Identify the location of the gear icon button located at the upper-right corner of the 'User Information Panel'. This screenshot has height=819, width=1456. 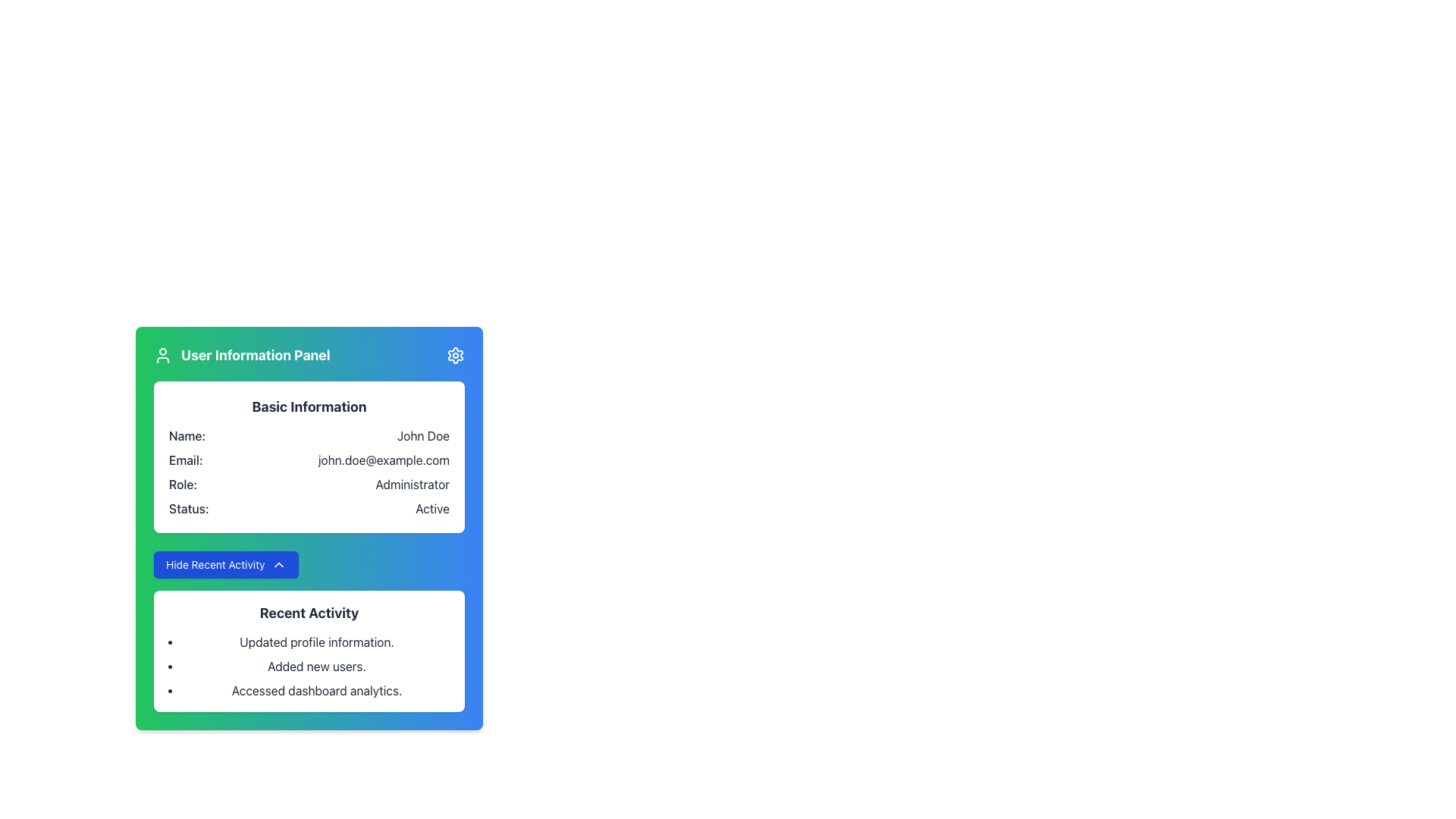
(454, 356).